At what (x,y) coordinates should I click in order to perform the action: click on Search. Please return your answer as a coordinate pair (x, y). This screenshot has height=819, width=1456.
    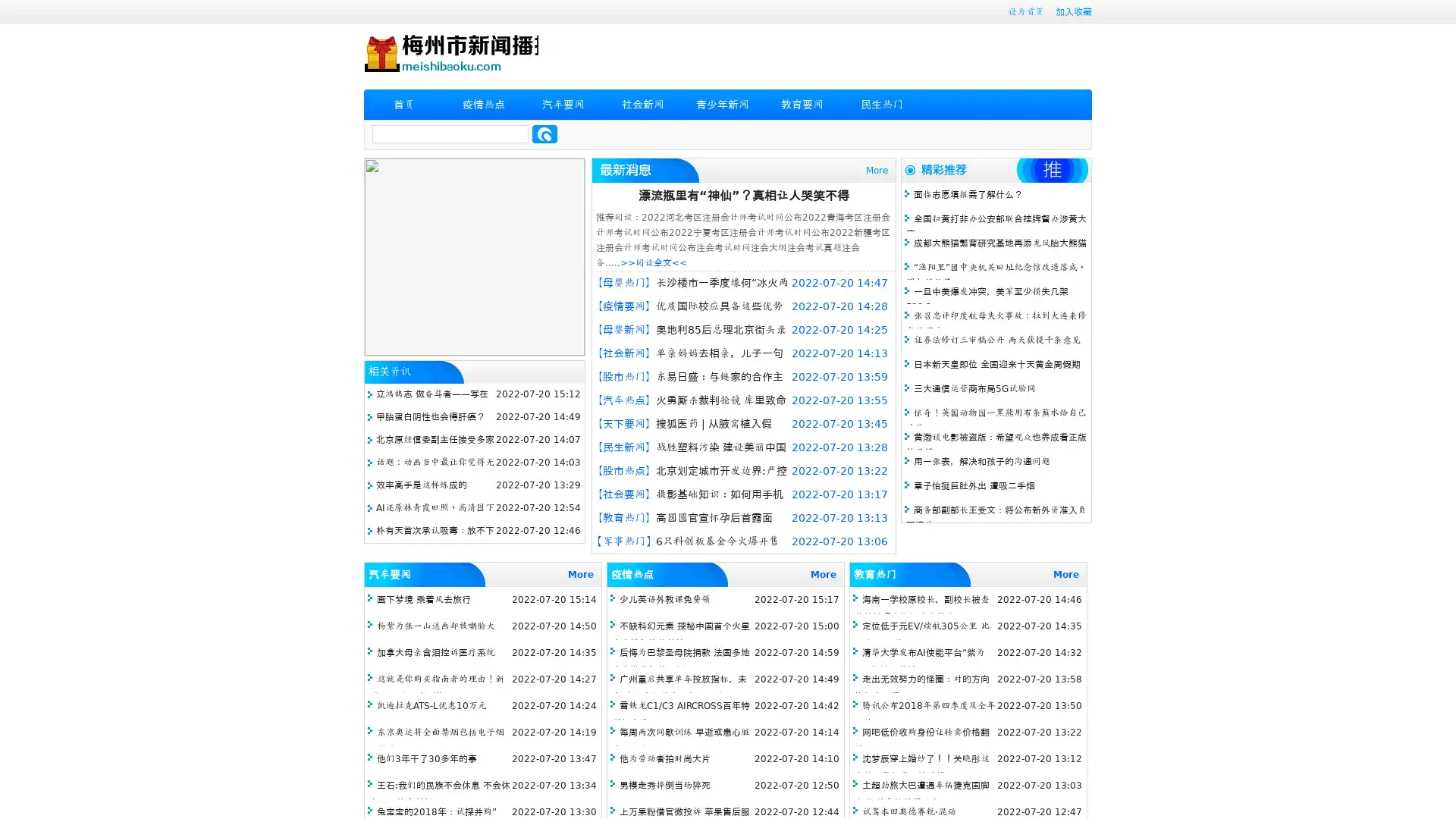
    Looking at the image, I should click on (544, 133).